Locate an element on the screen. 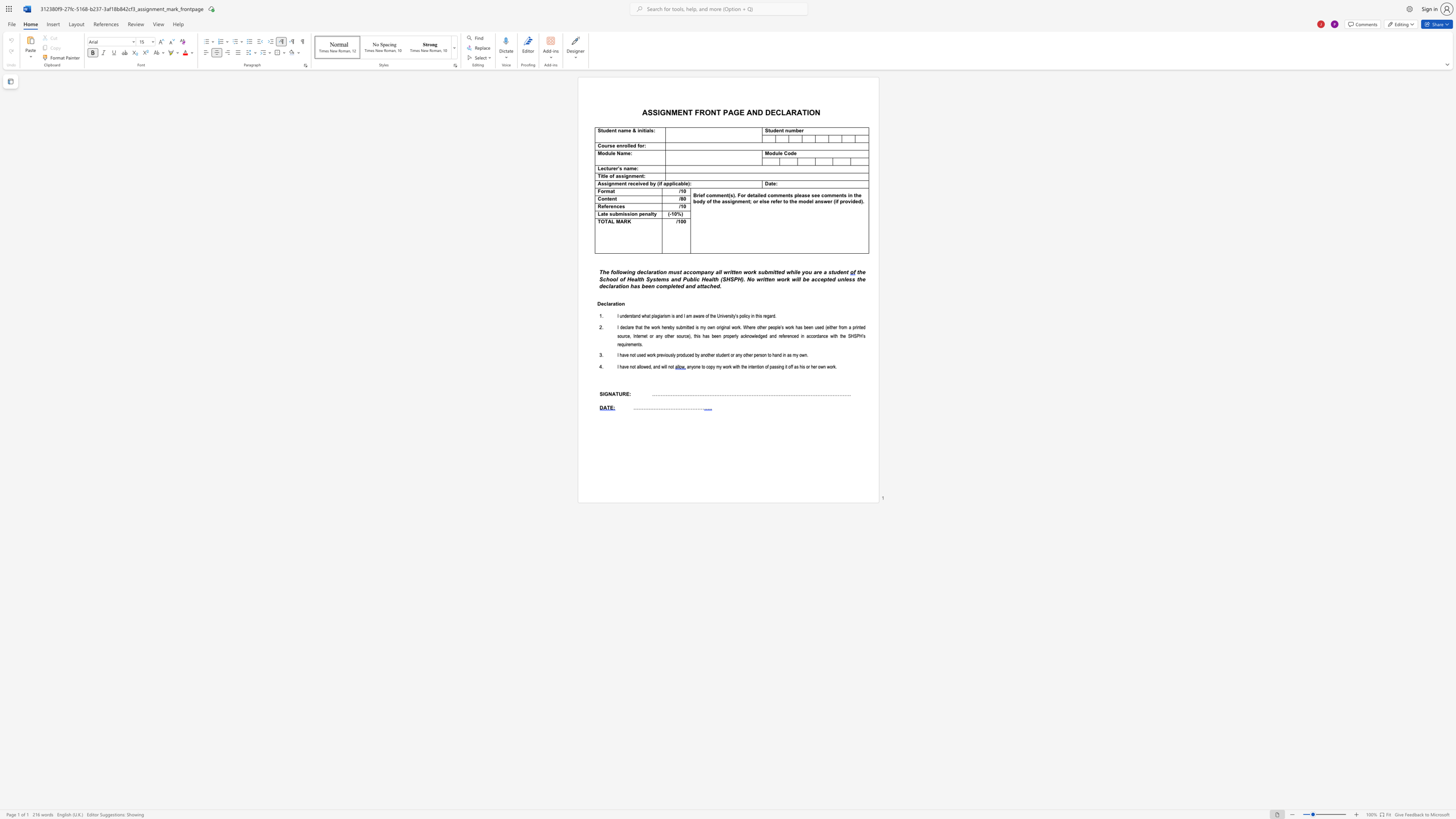  the subset text "wer (" within the text "Brief comment(s). For detailed comments please see comments in the body of the assignment; or else refer to the model answer (if provided)." is located at coordinates (823, 201).